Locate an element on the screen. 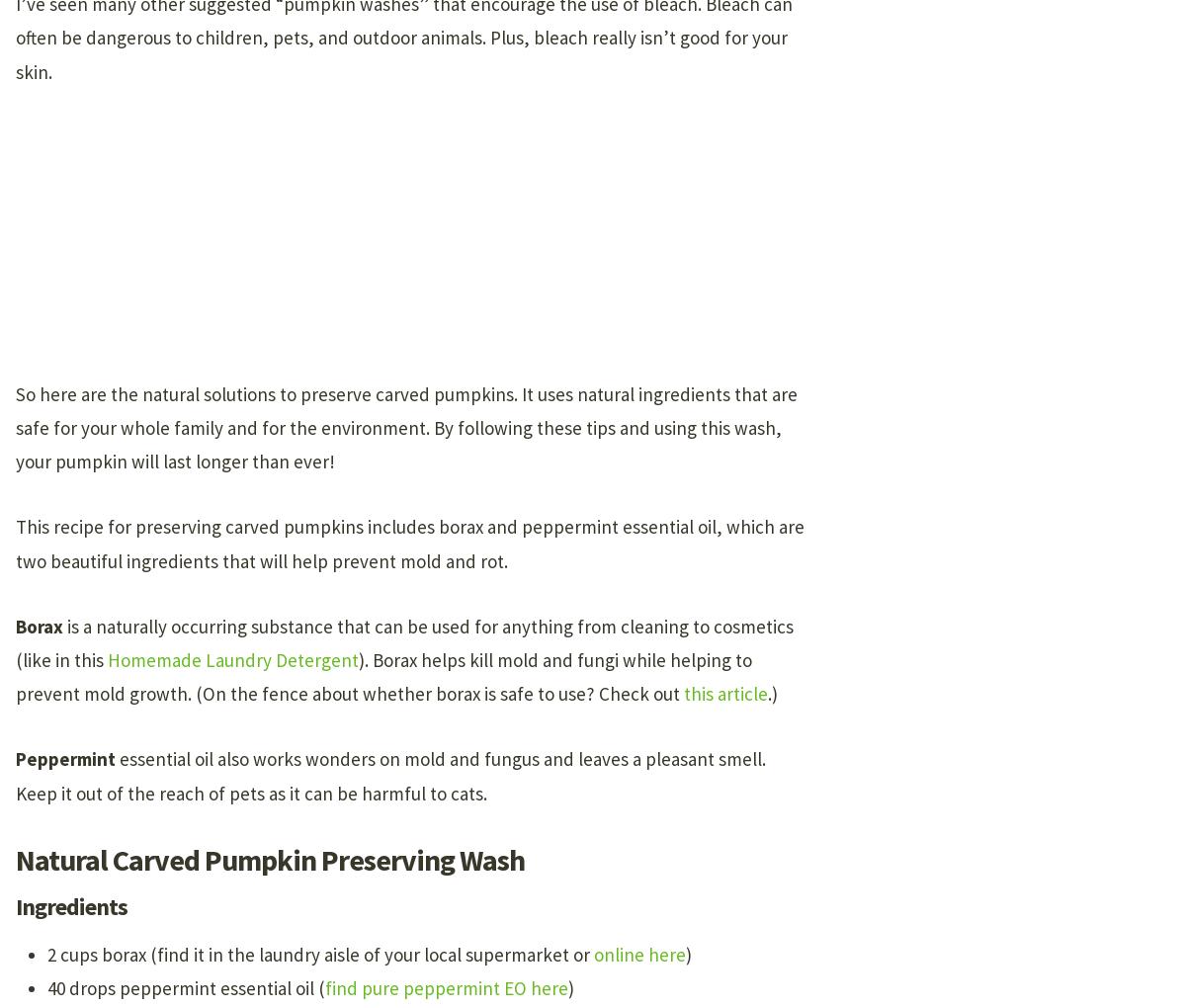 This screenshot has width=1186, height=1008. '). Borax helps kill mold and fungi while helping to prevent mold growth. (On the fence about whether borax is safe to use? Check out' is located at coordinates (383, 675).